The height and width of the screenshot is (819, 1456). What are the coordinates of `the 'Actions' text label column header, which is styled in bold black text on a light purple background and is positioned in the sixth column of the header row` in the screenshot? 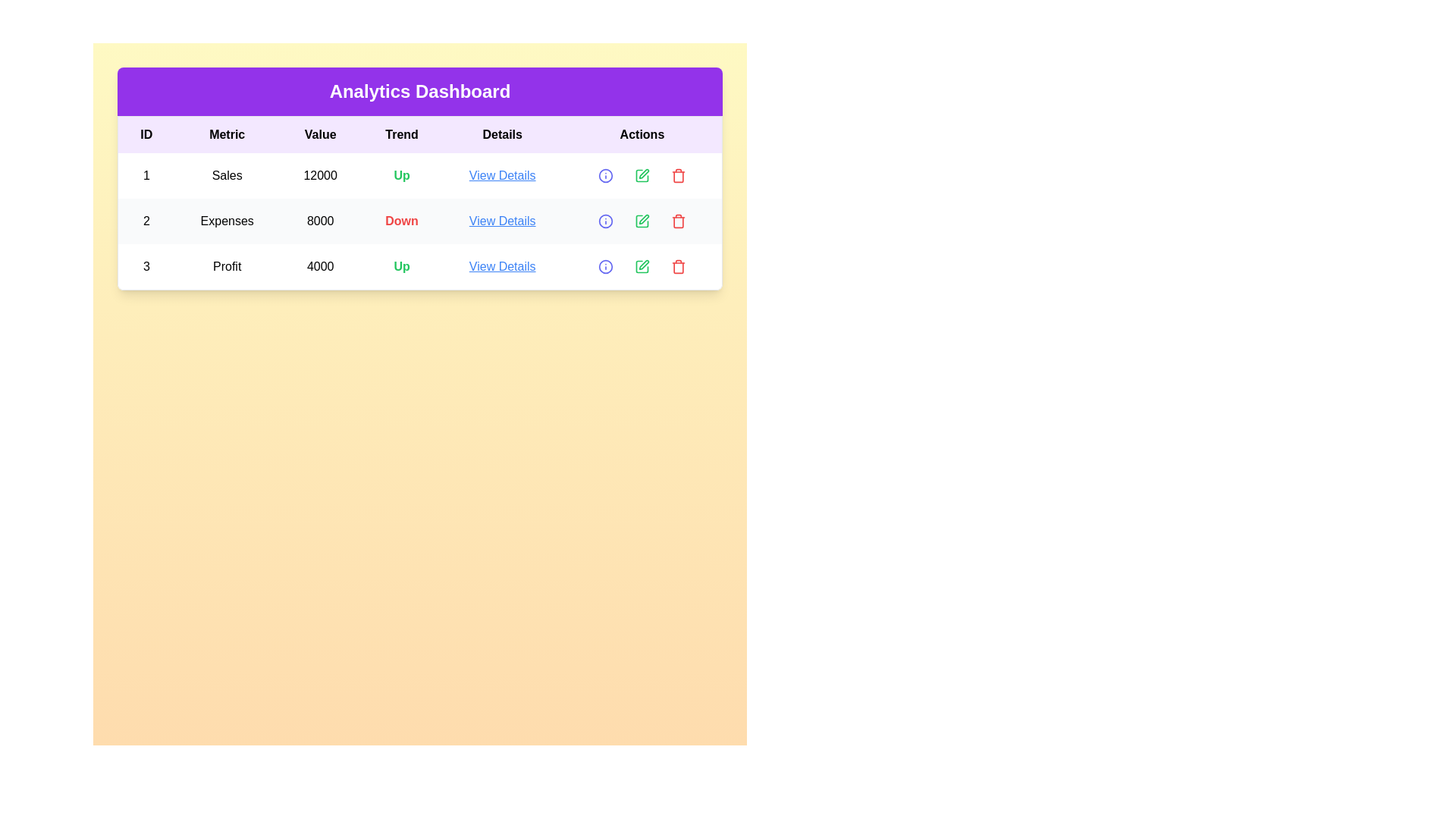 It's located at (642, 133).